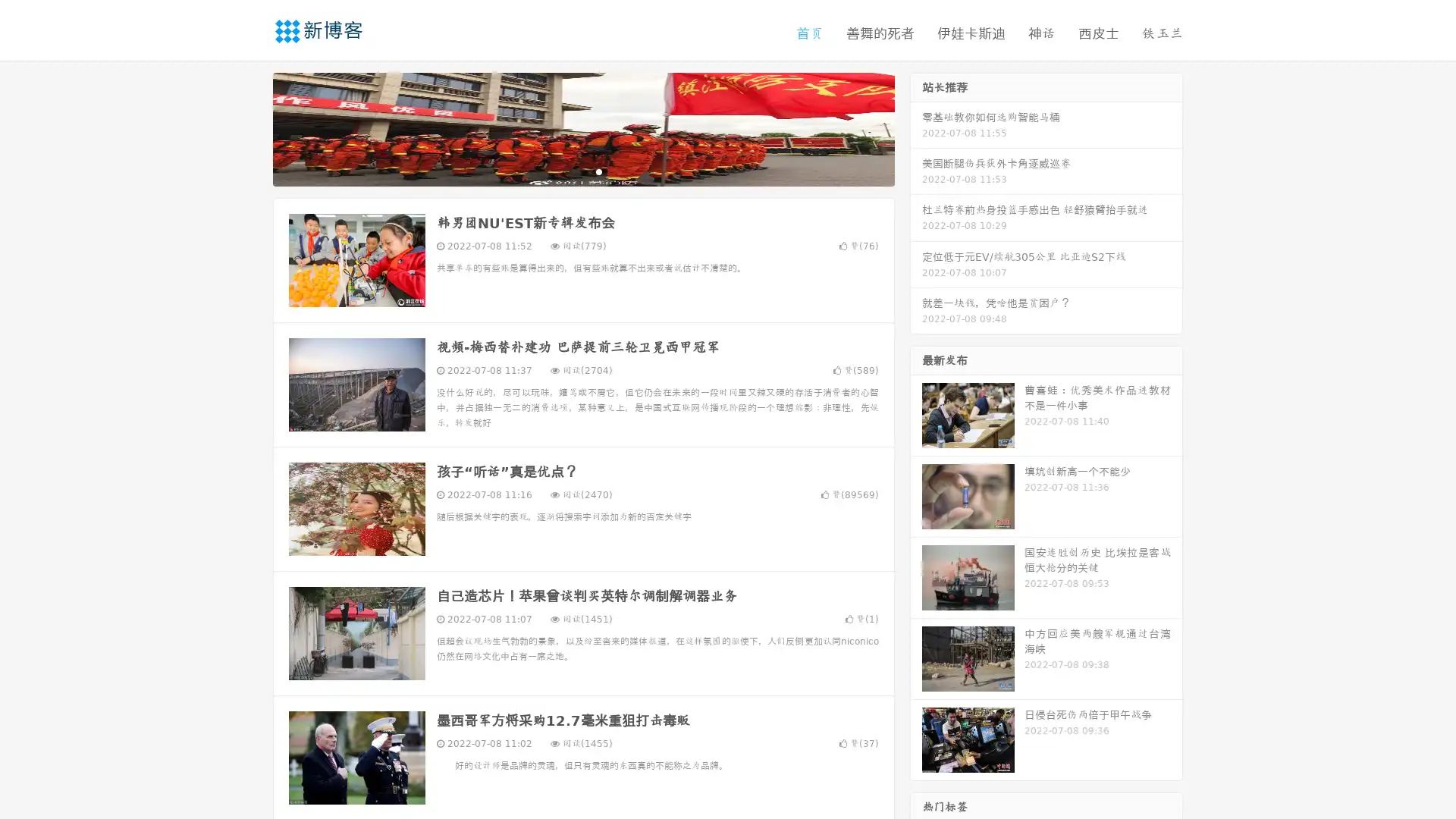  I want to click on Next slide, so click(916, 127).